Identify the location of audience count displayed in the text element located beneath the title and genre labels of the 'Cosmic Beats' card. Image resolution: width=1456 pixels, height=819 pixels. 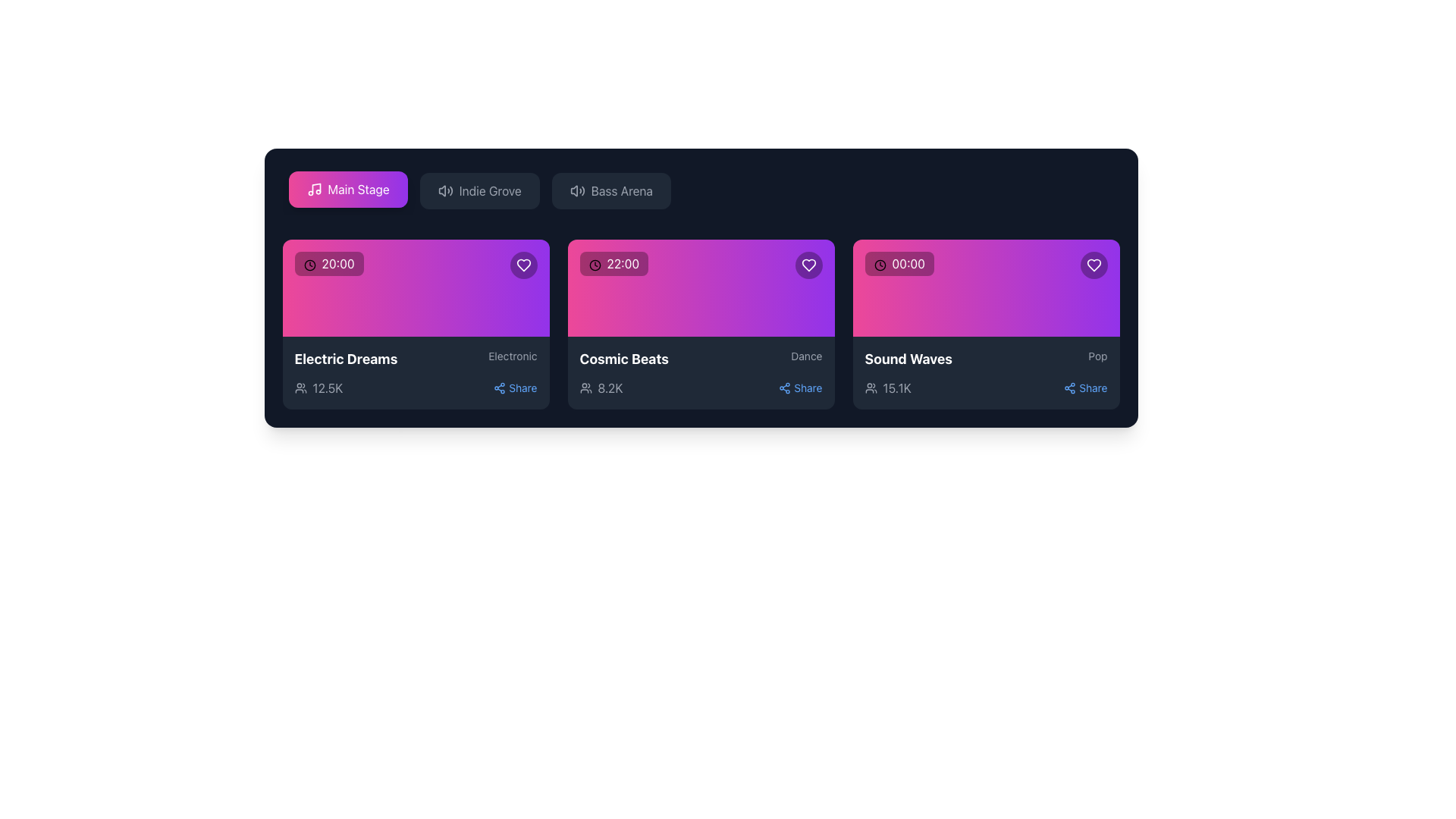
(600, 388).